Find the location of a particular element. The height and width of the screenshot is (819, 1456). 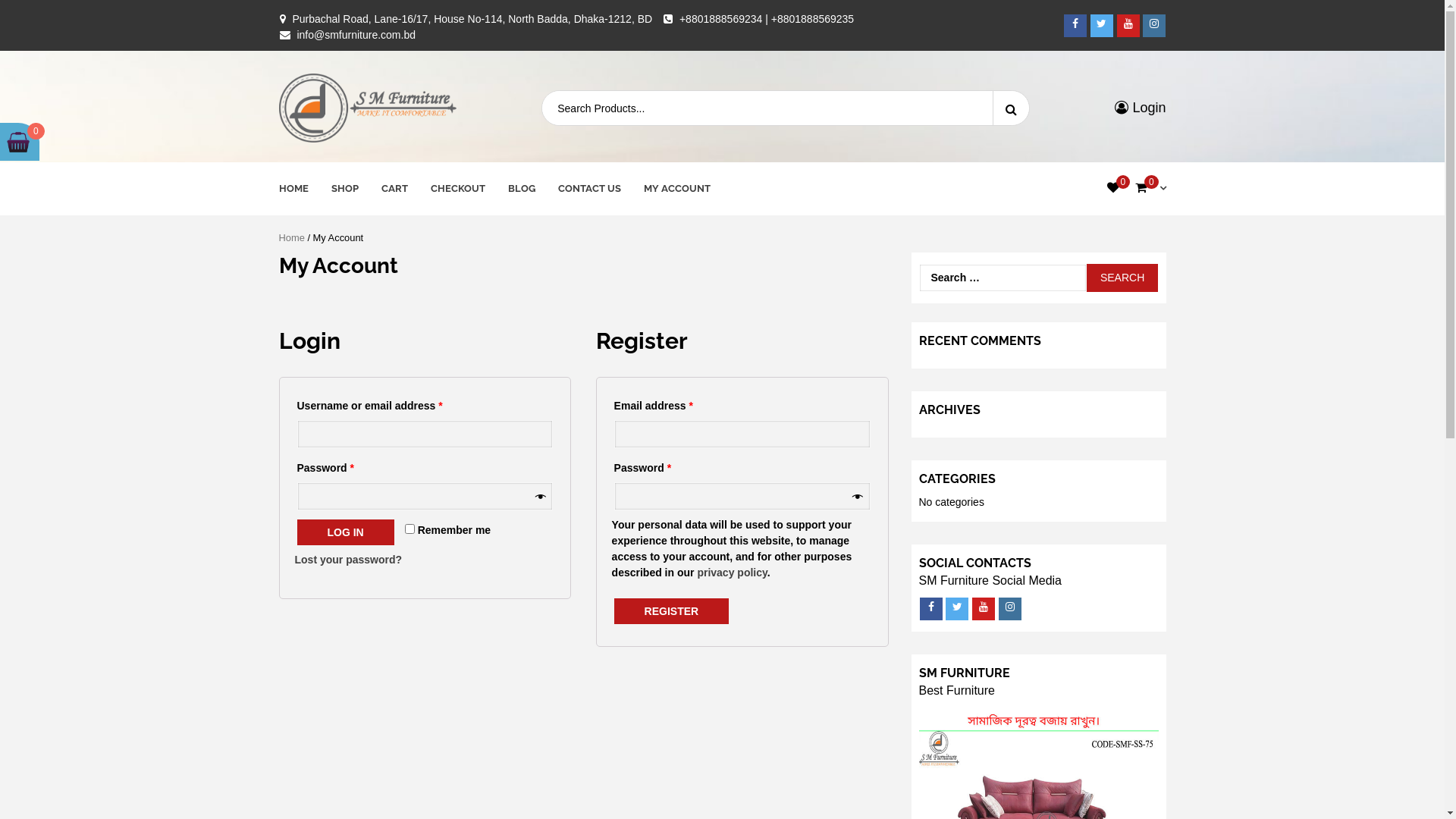

'MY ACCOUNT' is located at coordinates (676, 188).